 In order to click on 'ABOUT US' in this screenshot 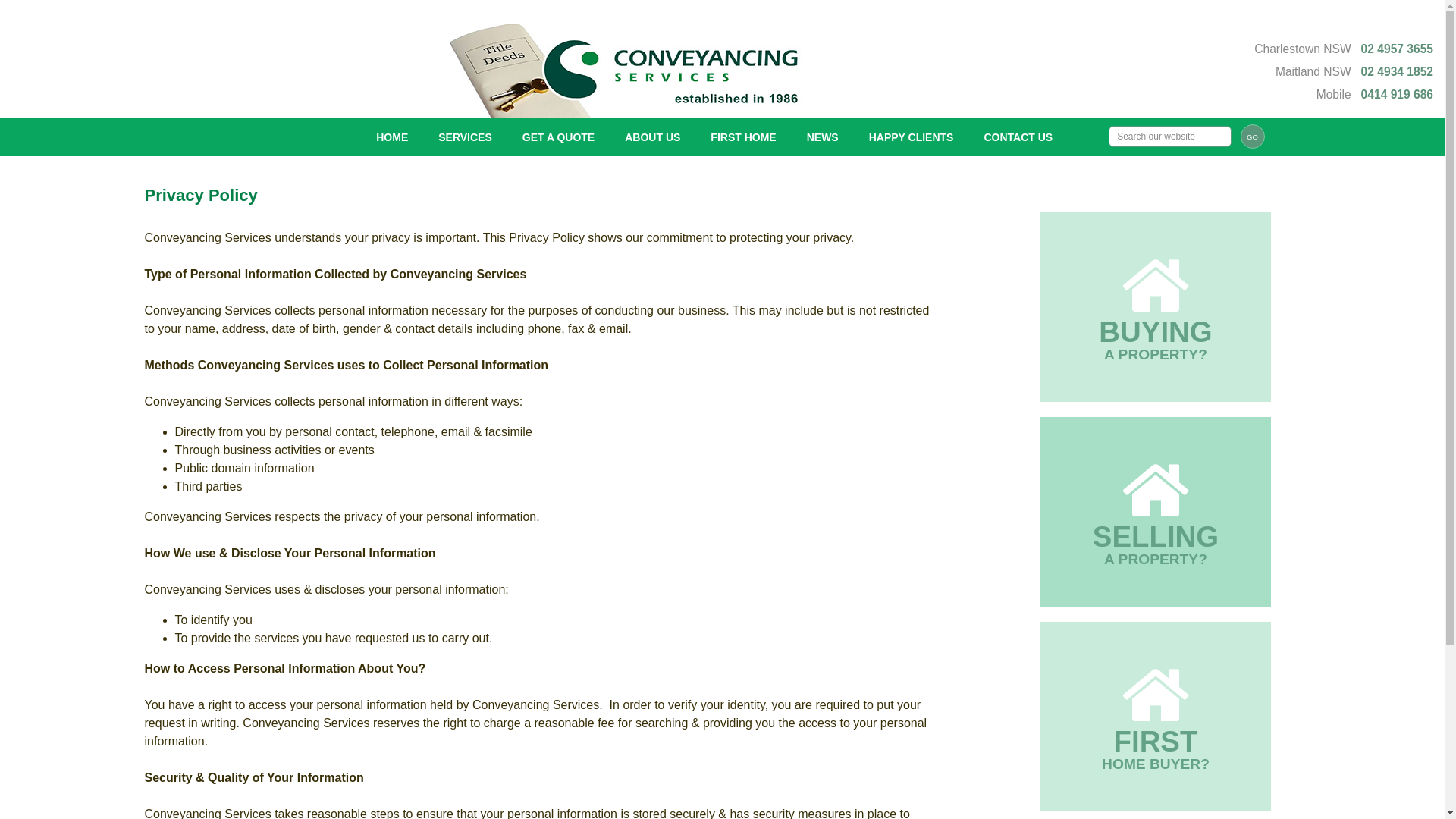, I will do `click(652, 137)`.